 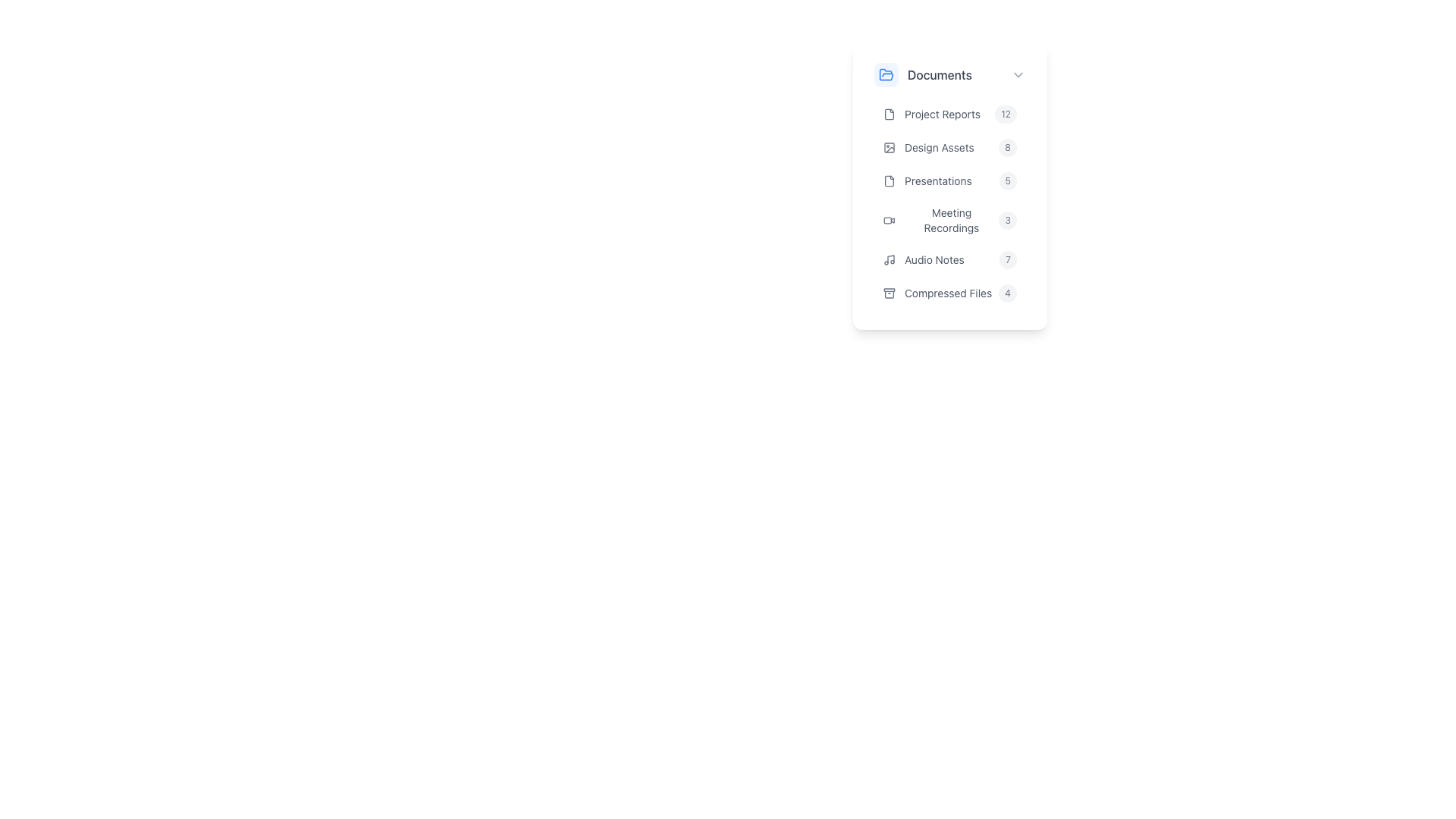 What do you see at coordinates (889, 113) in the screenshot?
I see `the 'Project Reports' icon located to the immediate left of the 'Project Reports' label in the Documents menu by moving the cursor to its center point` at bounding box center [889, 113].